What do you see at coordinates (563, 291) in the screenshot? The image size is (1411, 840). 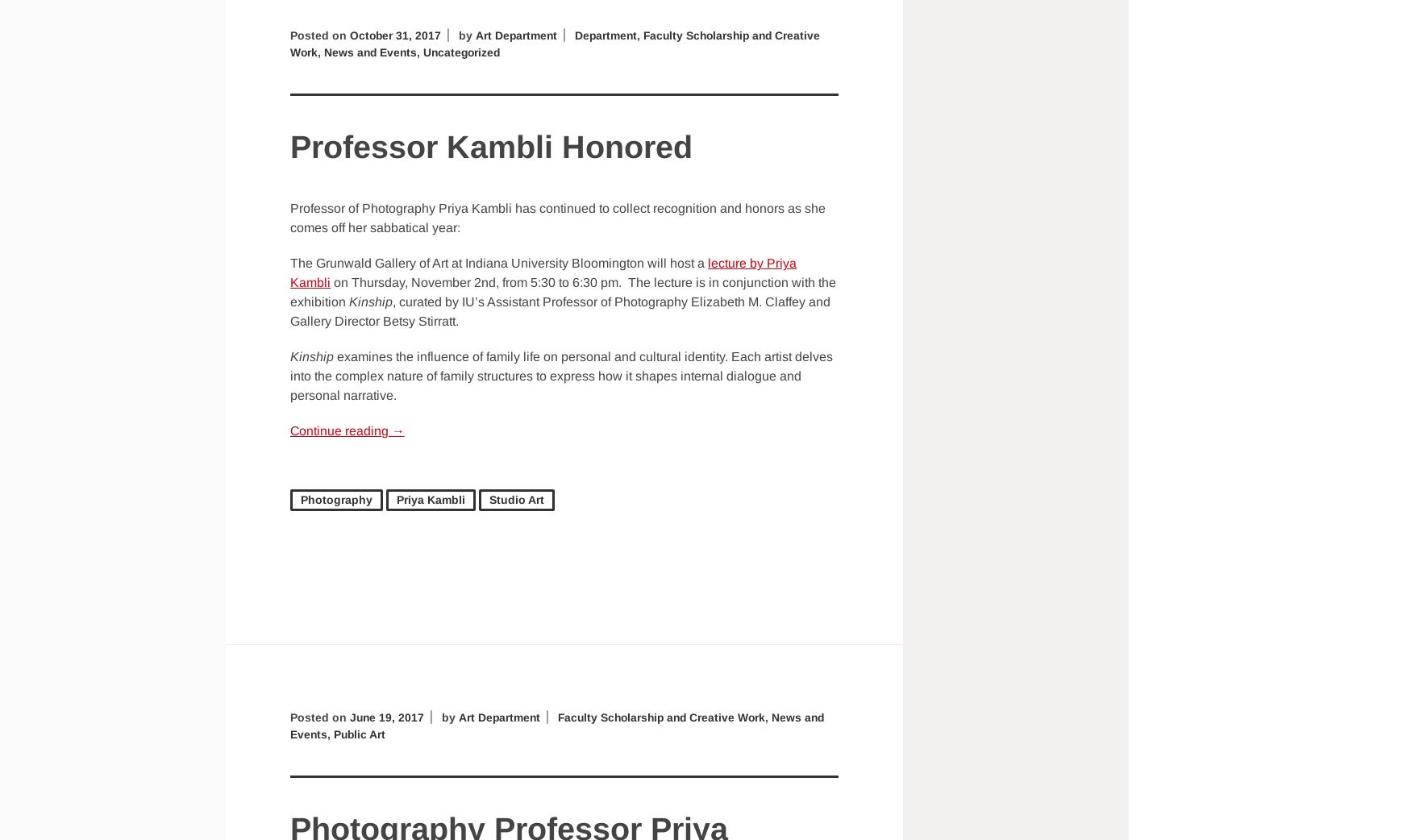 I see `'on Thursday, November 2nd, from 5:30 to 6:30 pm.  The lecture is in conjunction with the exhibition'` at bounding box center [563, 291].